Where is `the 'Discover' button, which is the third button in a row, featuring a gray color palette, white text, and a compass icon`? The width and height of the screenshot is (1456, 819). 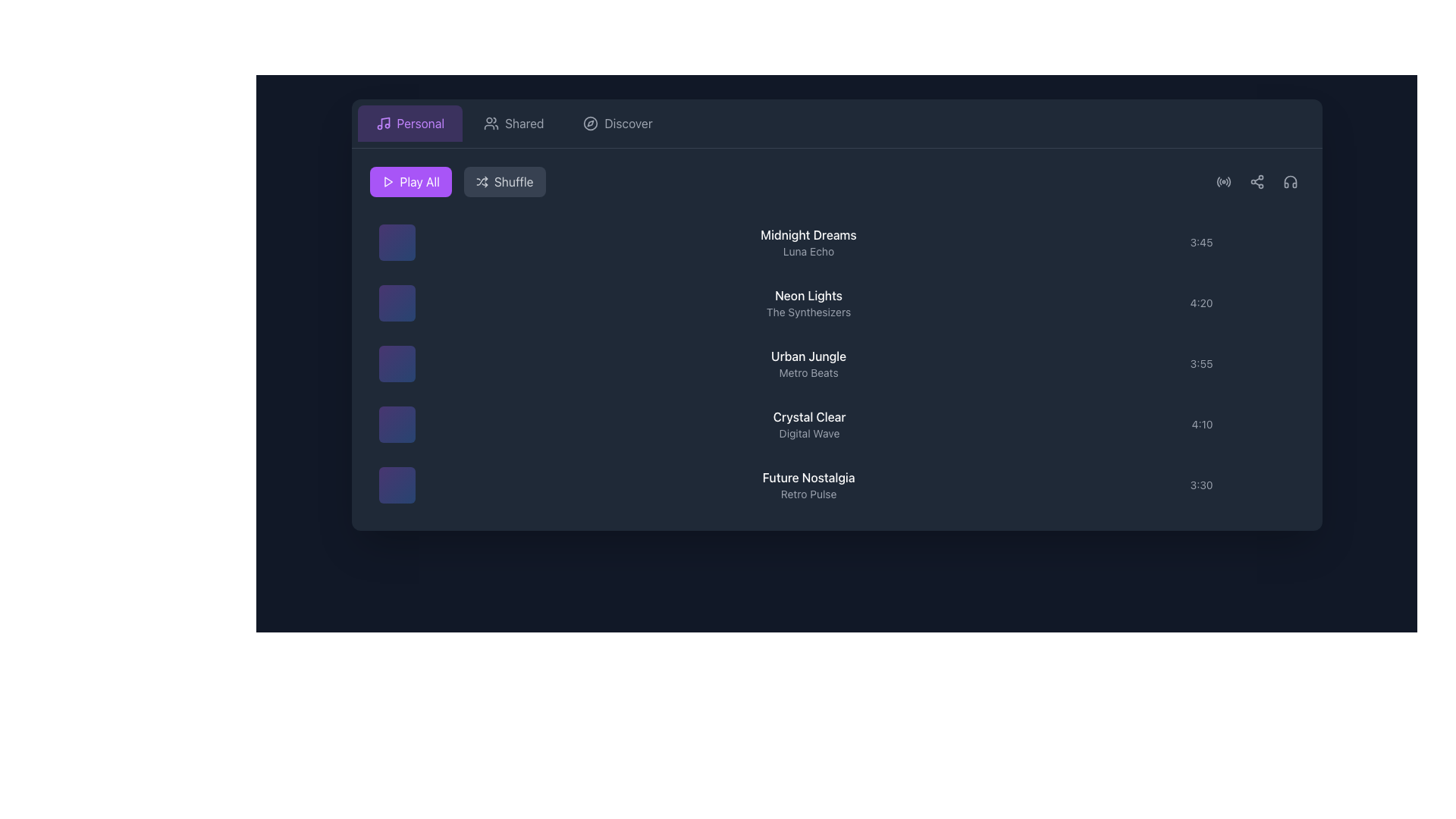
the 'Discover' button, which is the third button in a row, featuring a gray color palette, white text, and a compass icon is located at coordinates (618, 122).